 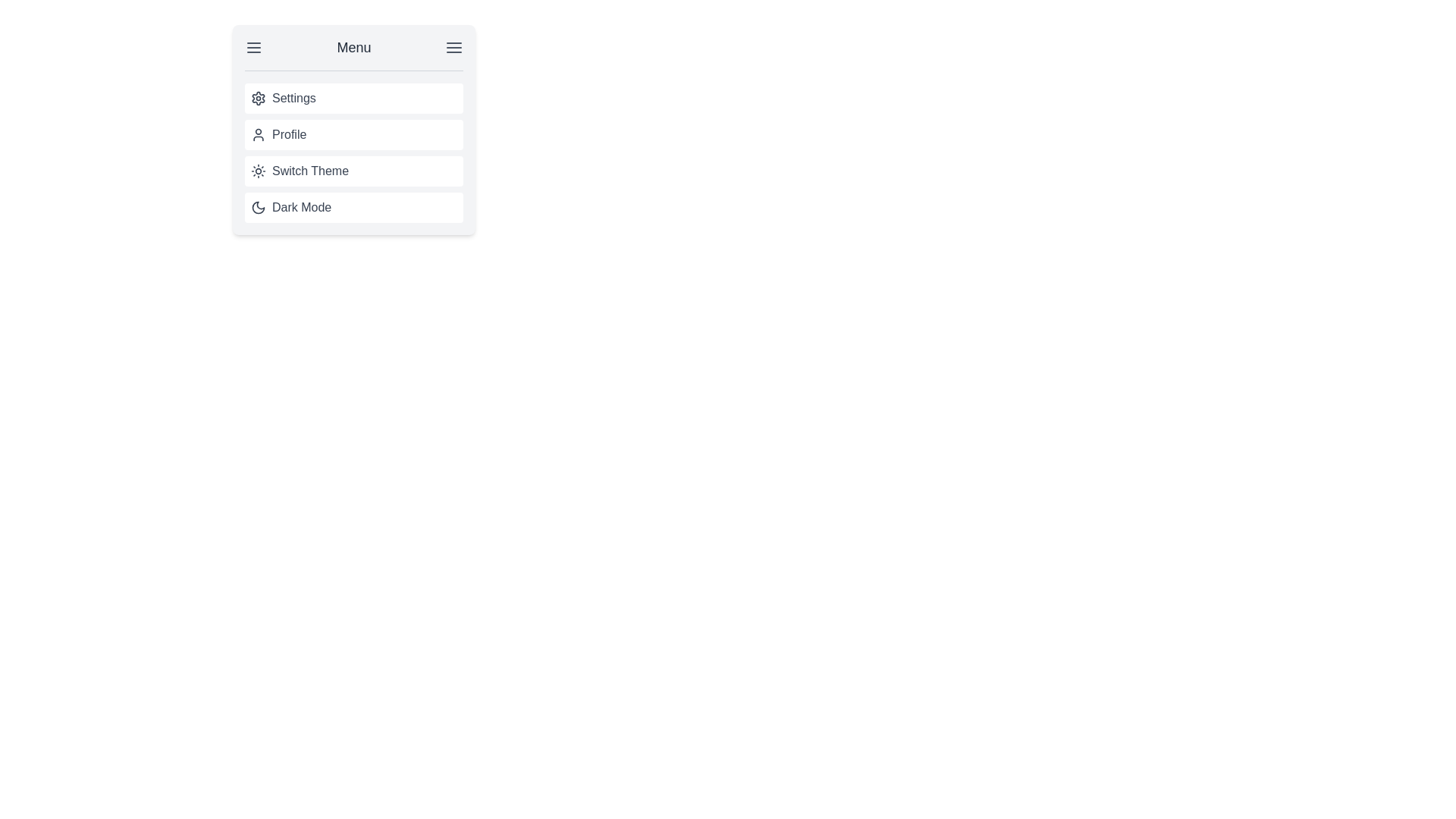 What do you see at coordinates (302, 207) in the screenshot?
I see `the text label that describes the function of the dark mode toggle in the fourth position of the vertical menu item list` at bounding box center [302, 207].